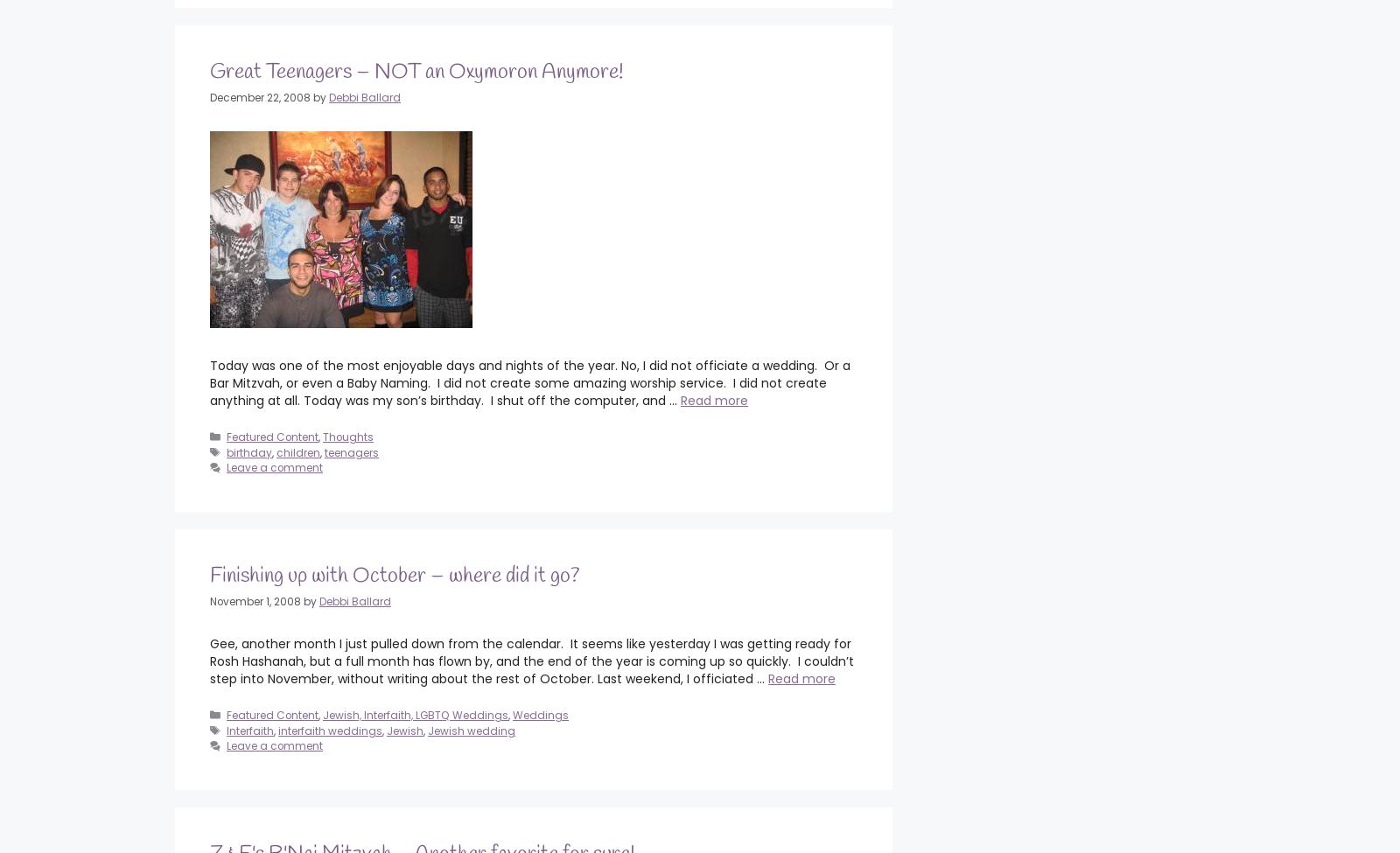 This screenshot has height=853, width=1400. I want to click on 'birthday', so click(248, 451).